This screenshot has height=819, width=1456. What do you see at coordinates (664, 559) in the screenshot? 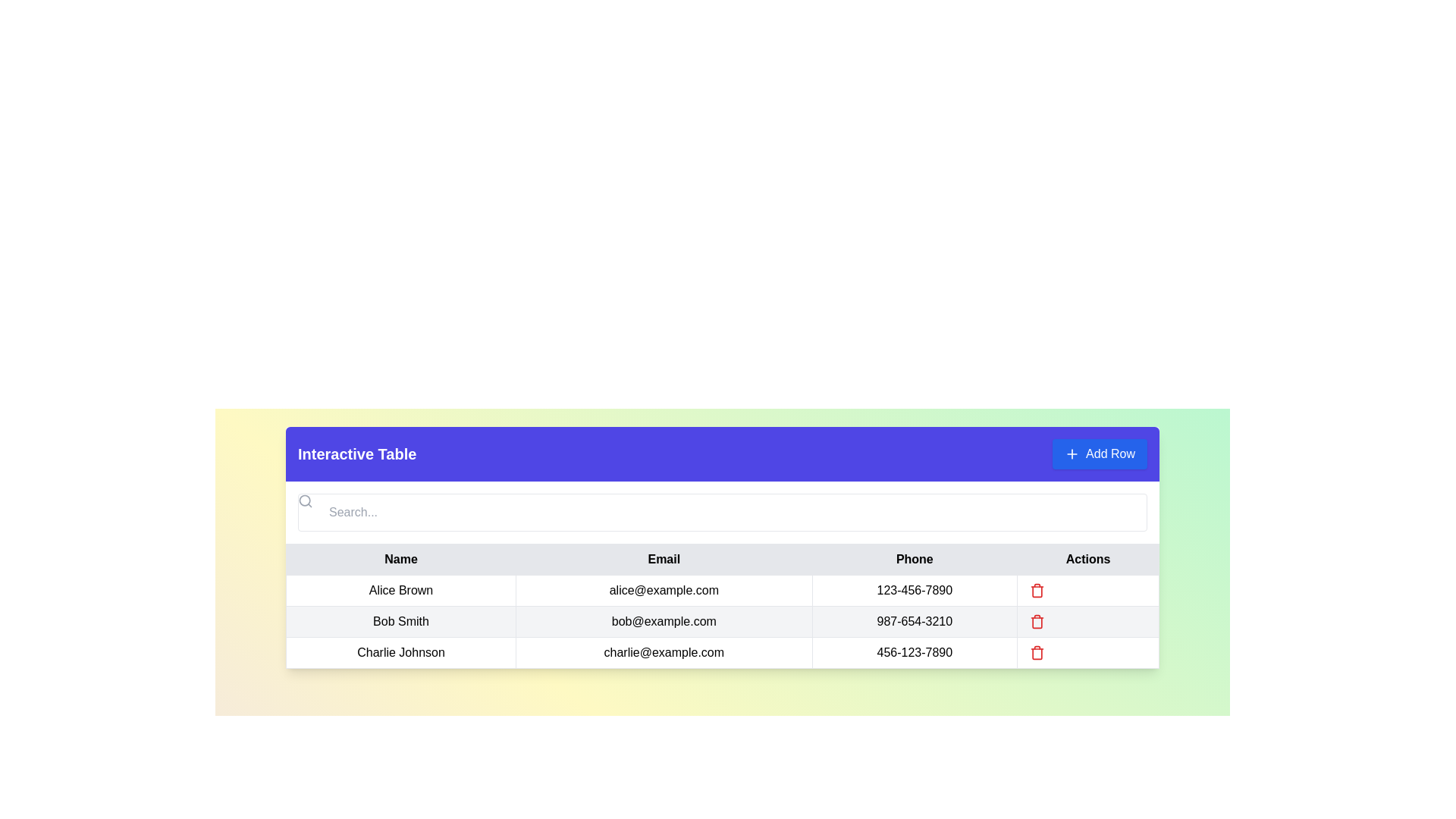
I see `the 'Email' header in the table to focus it, which is centrally aligned in a light gray background, positioned between 'Name' and 'Phone' headers` at bounding box center [664, 559].